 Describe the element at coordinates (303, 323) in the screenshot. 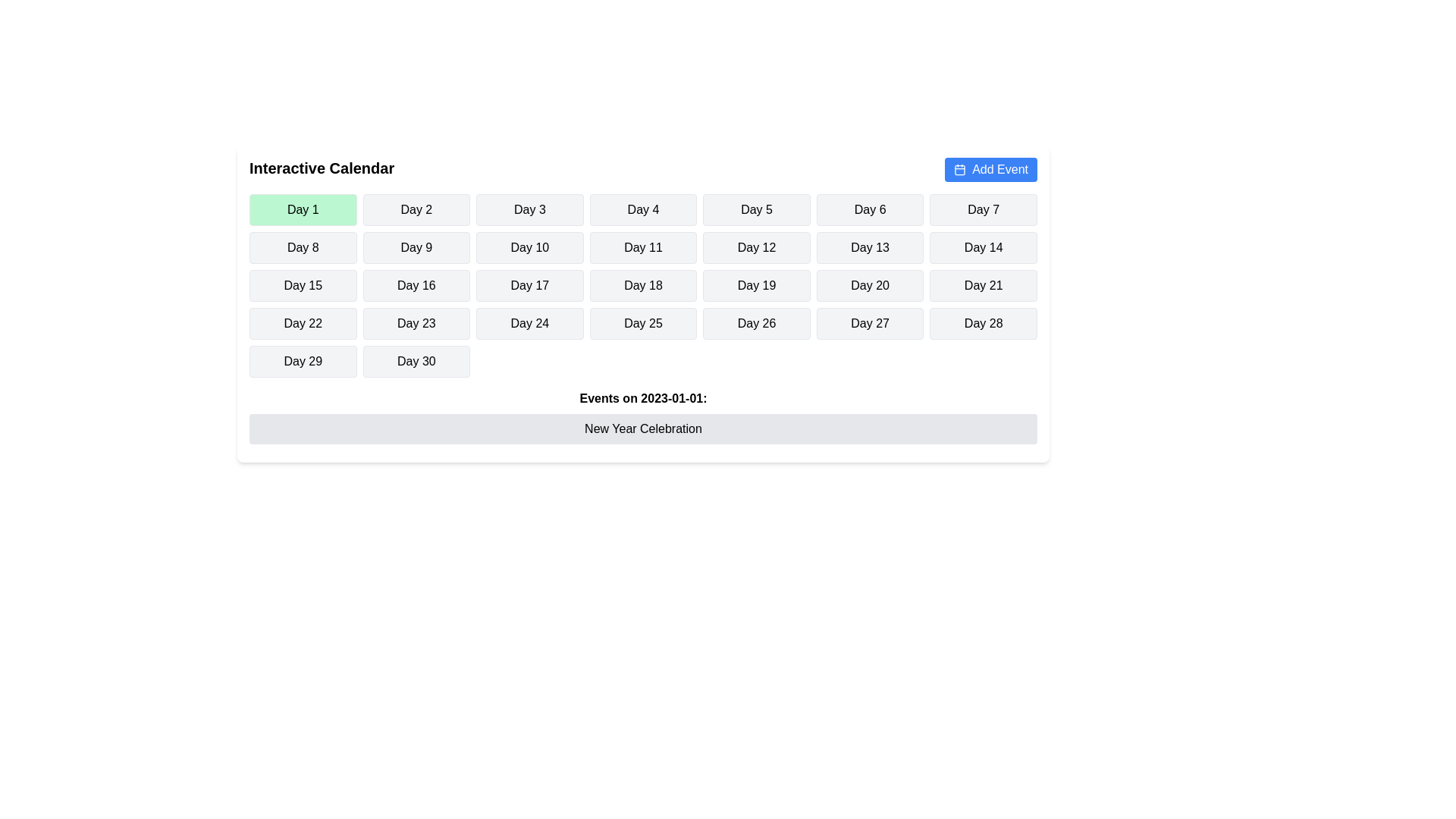

I see `the button representing the 22nd day` at that location.